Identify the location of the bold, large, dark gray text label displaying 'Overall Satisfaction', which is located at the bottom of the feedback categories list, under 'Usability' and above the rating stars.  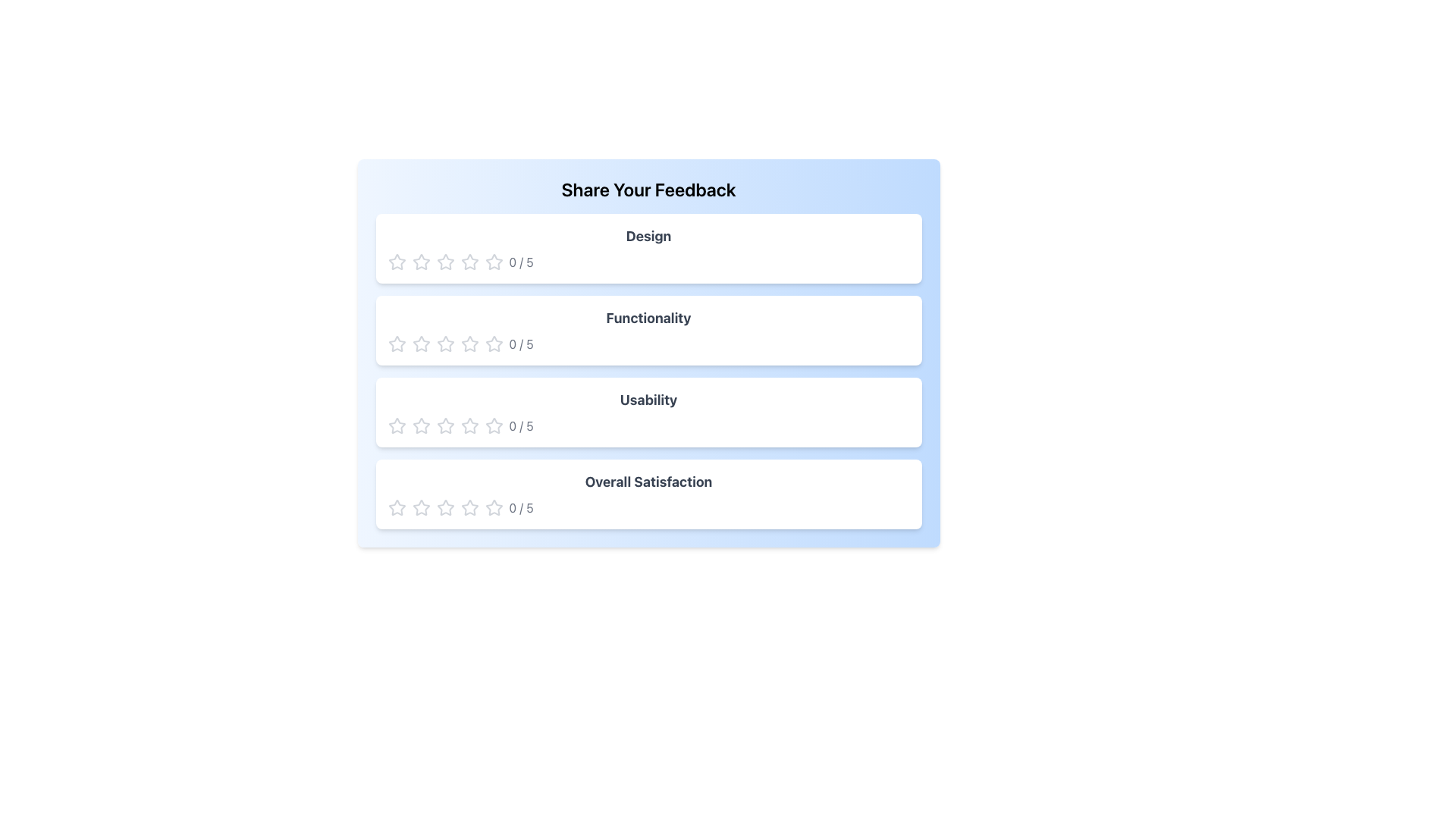
(648, 482).